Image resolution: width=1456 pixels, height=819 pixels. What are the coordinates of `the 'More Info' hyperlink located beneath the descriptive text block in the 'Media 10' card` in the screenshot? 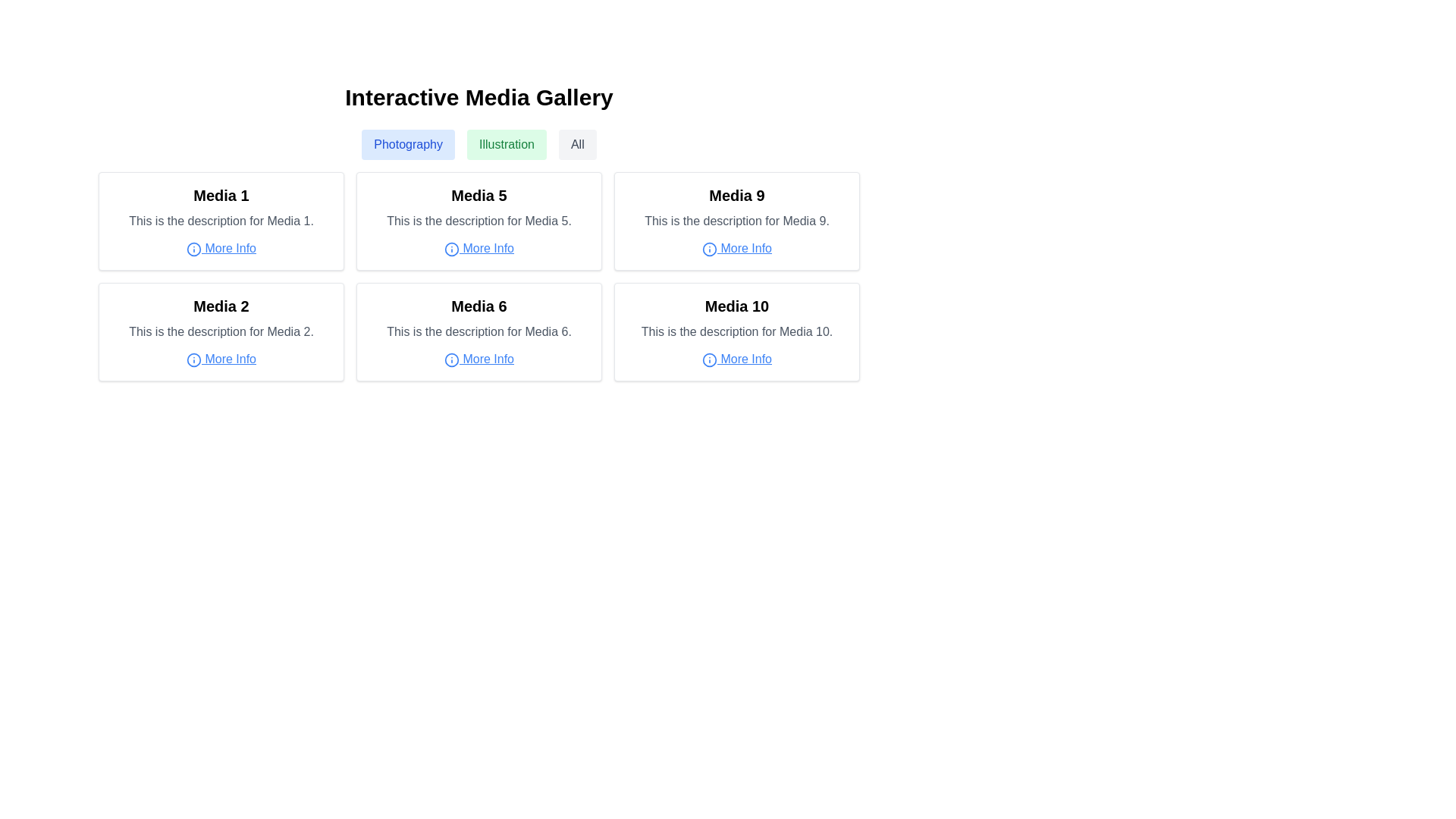 It's located at (736, 359).